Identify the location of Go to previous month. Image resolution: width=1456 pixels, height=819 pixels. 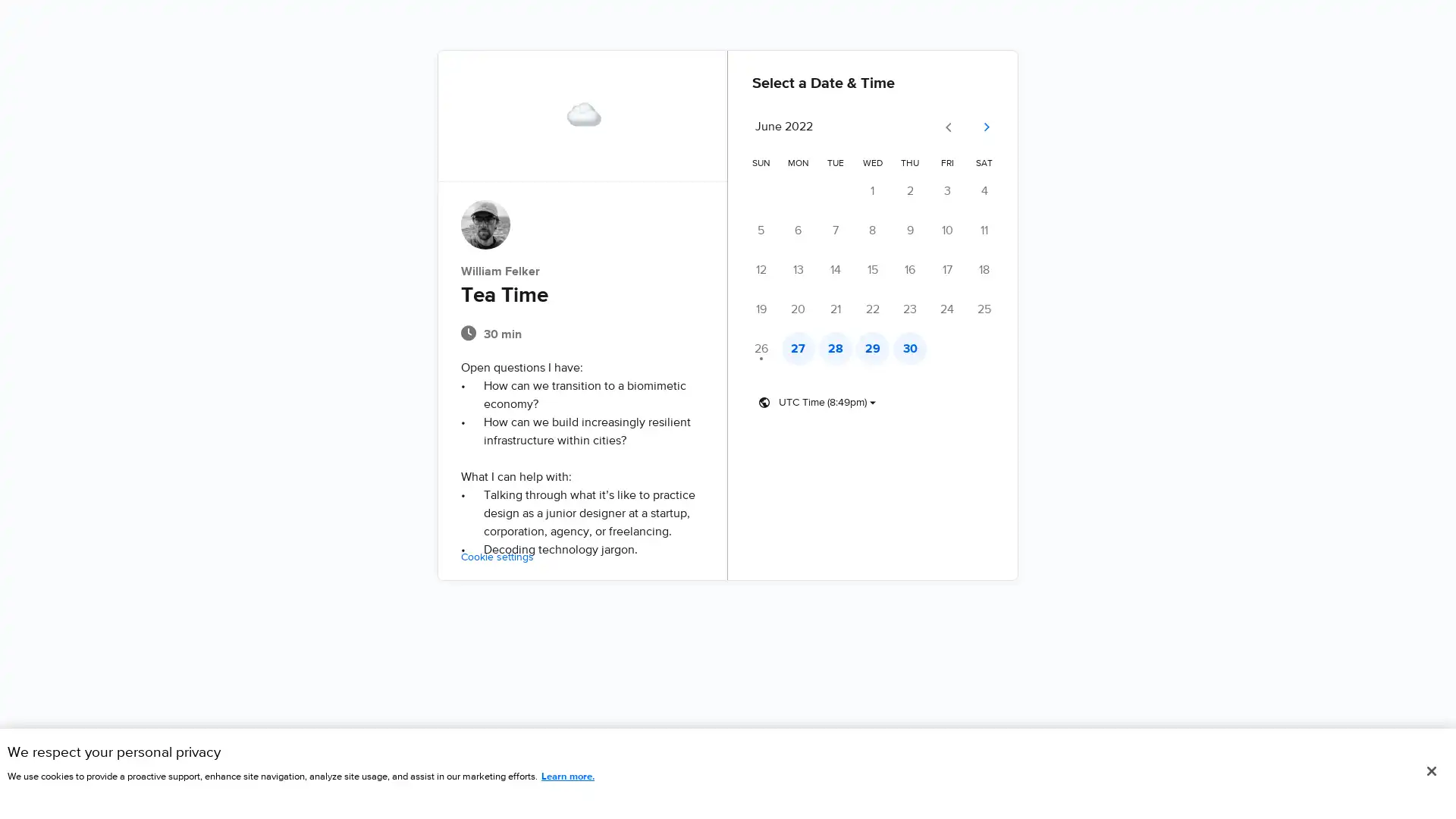
(961, 127).